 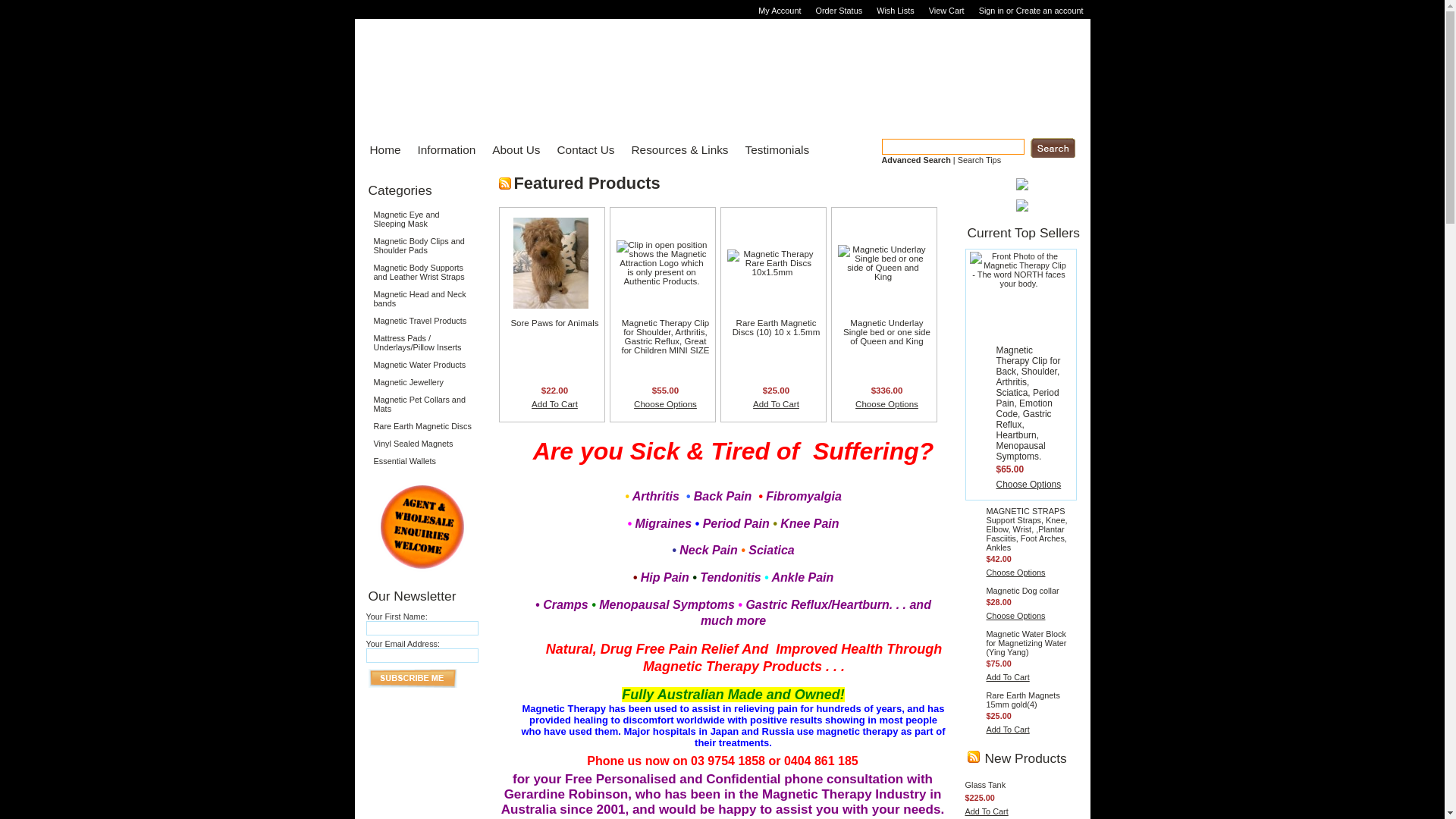 What do you see at coordinates (422, 426) in the screenshot?
I see `'Rare Earth Magnetic Discs'` at bounding box center [422, 426].